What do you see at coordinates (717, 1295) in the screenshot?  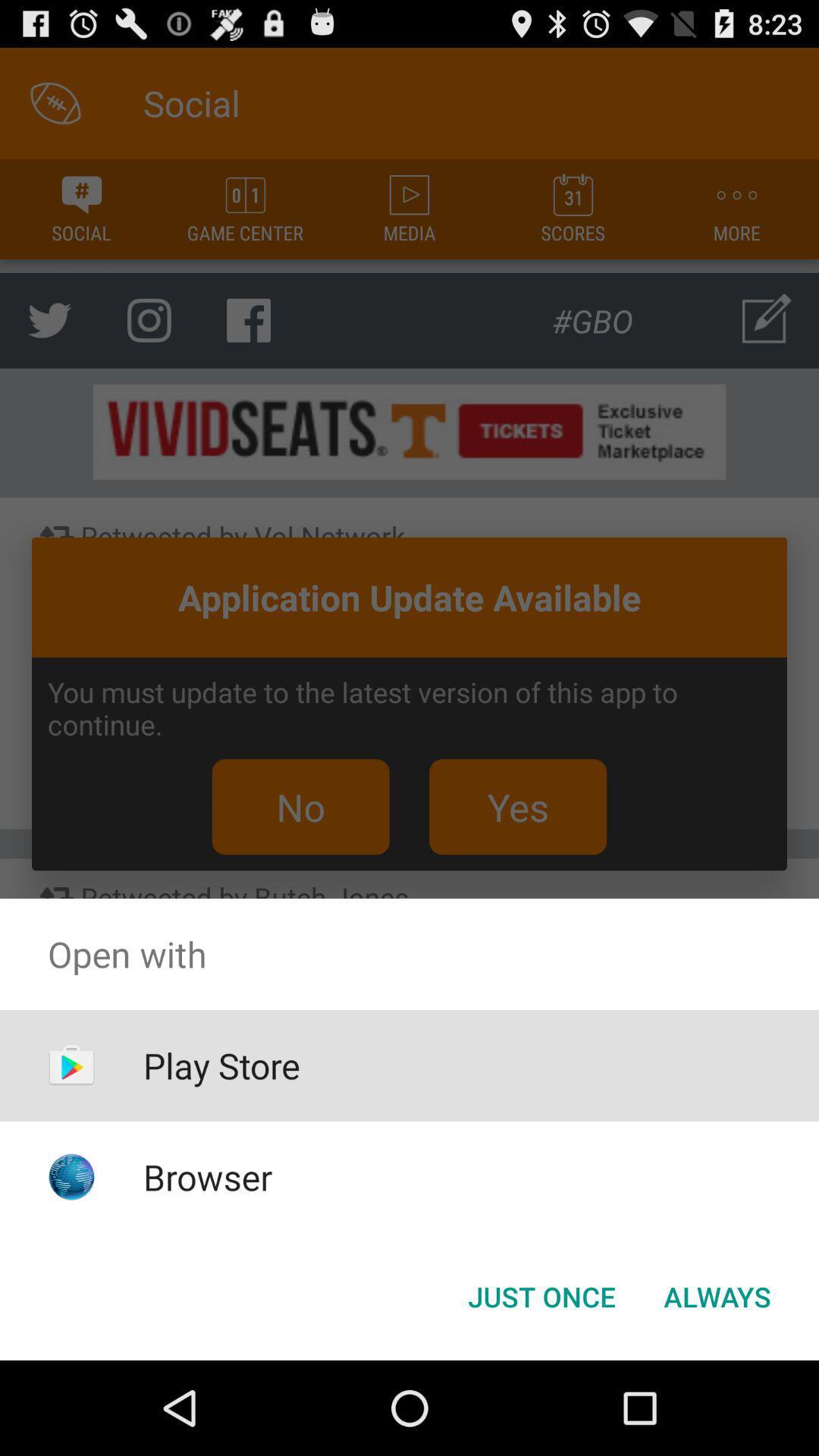 I see `button to the right of just once button` at bounding box center [717, 1295].